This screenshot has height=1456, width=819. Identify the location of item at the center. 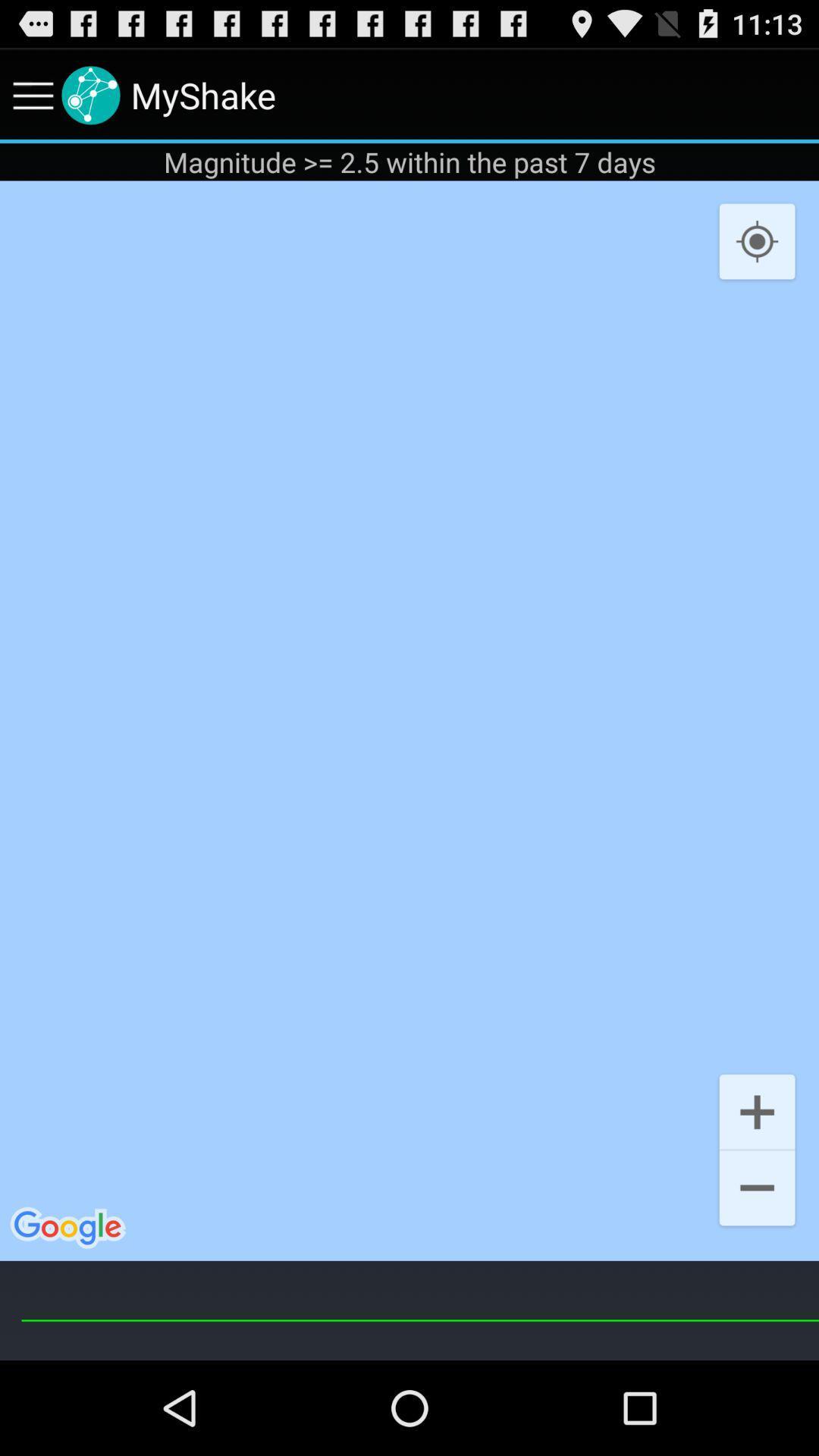
(409, 720).